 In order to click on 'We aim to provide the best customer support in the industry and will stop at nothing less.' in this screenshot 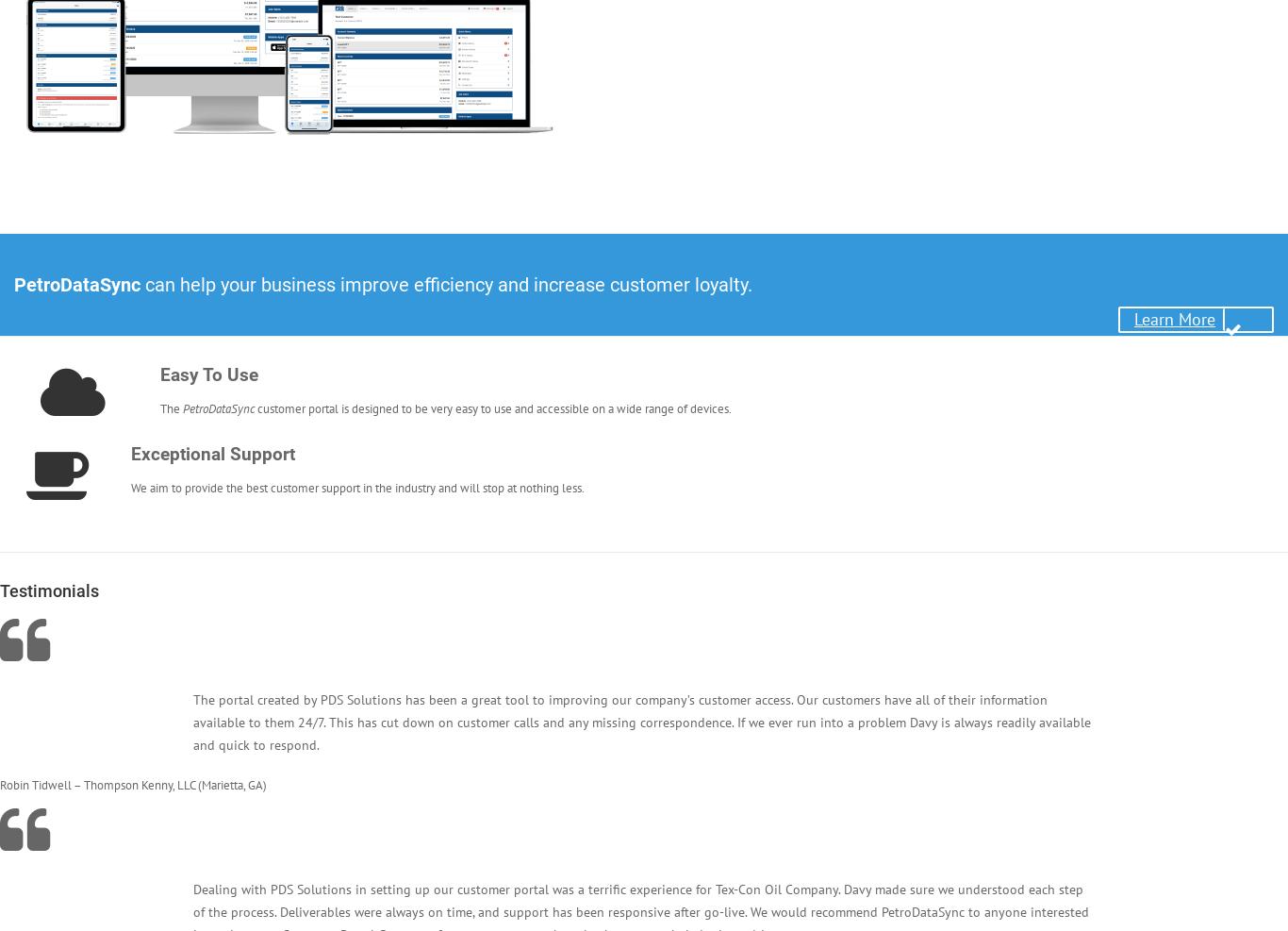, I will do `click(356, 488)`.